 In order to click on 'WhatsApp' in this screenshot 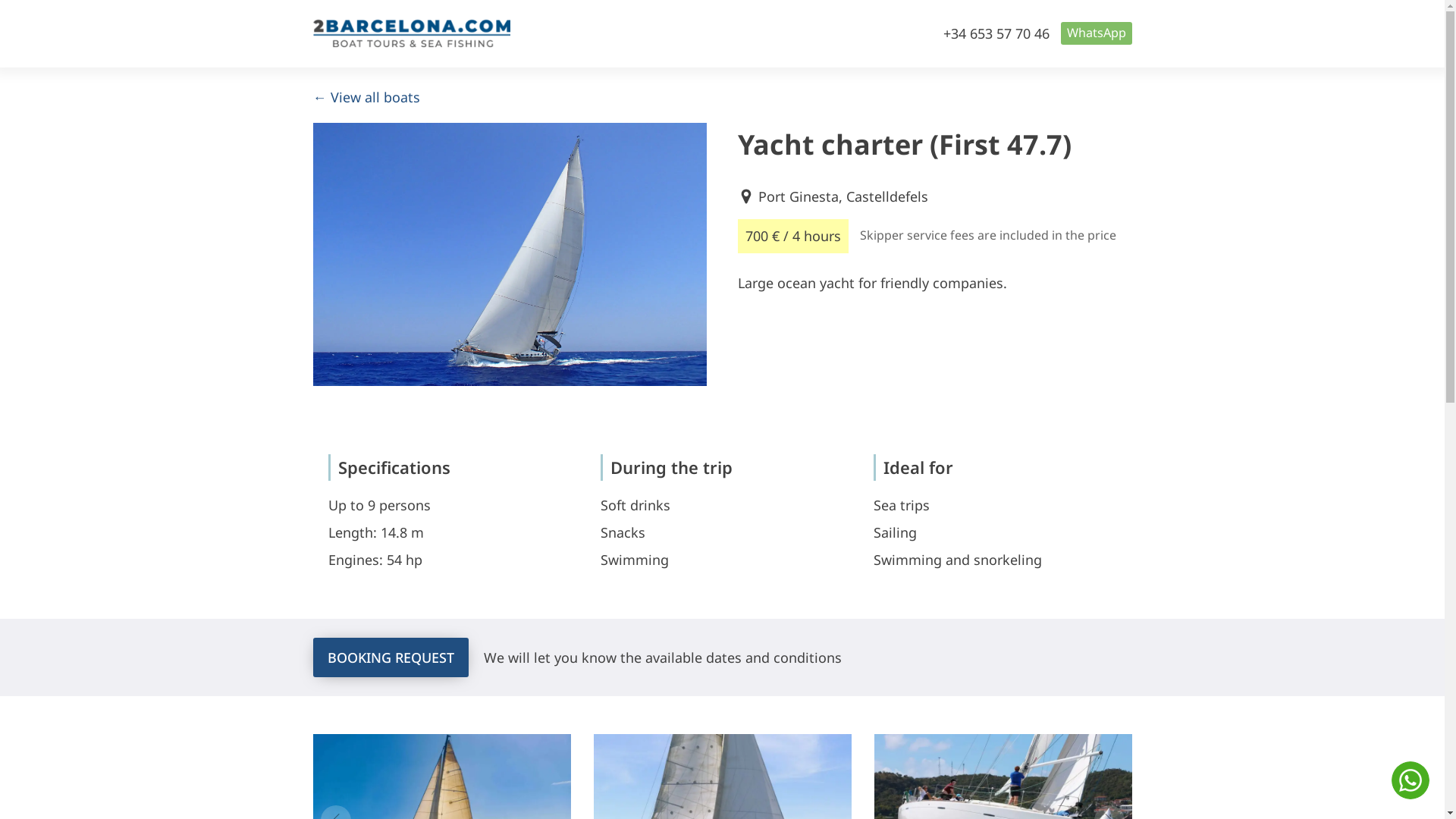, I will do `click(1095, 33)`.